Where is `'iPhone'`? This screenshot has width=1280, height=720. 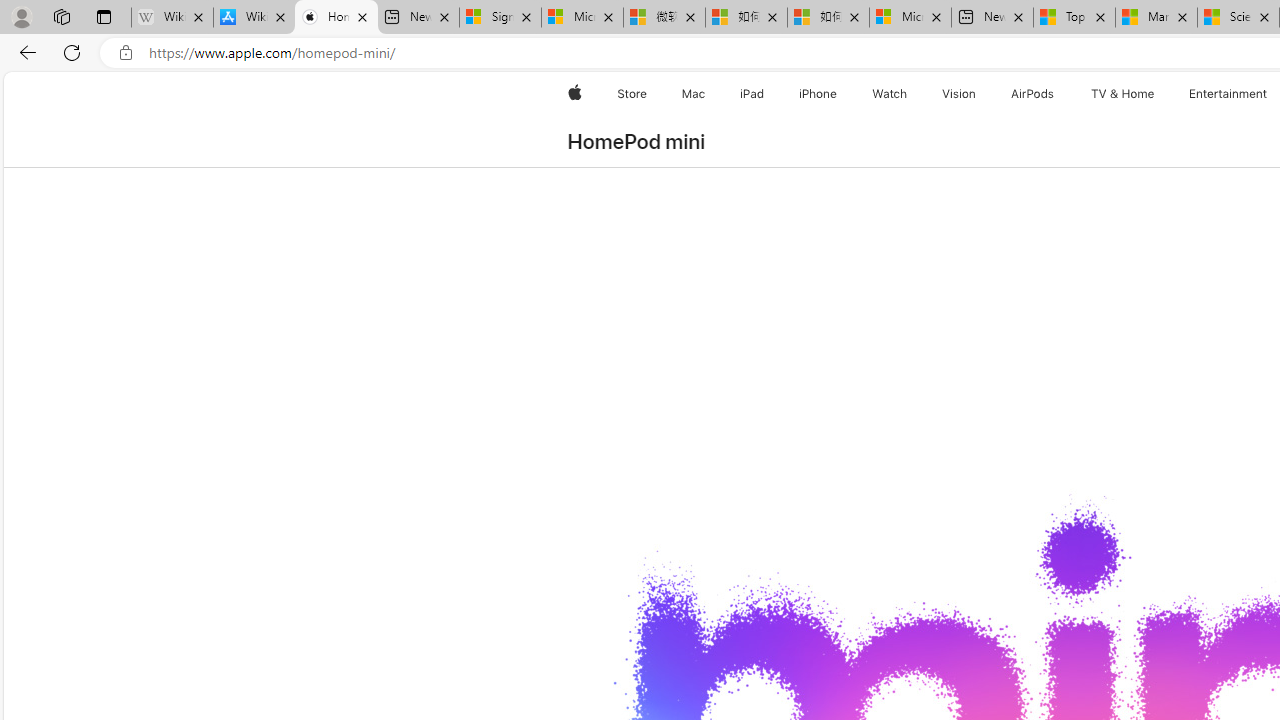
'iPhone' is located at coordinates (818, 93).